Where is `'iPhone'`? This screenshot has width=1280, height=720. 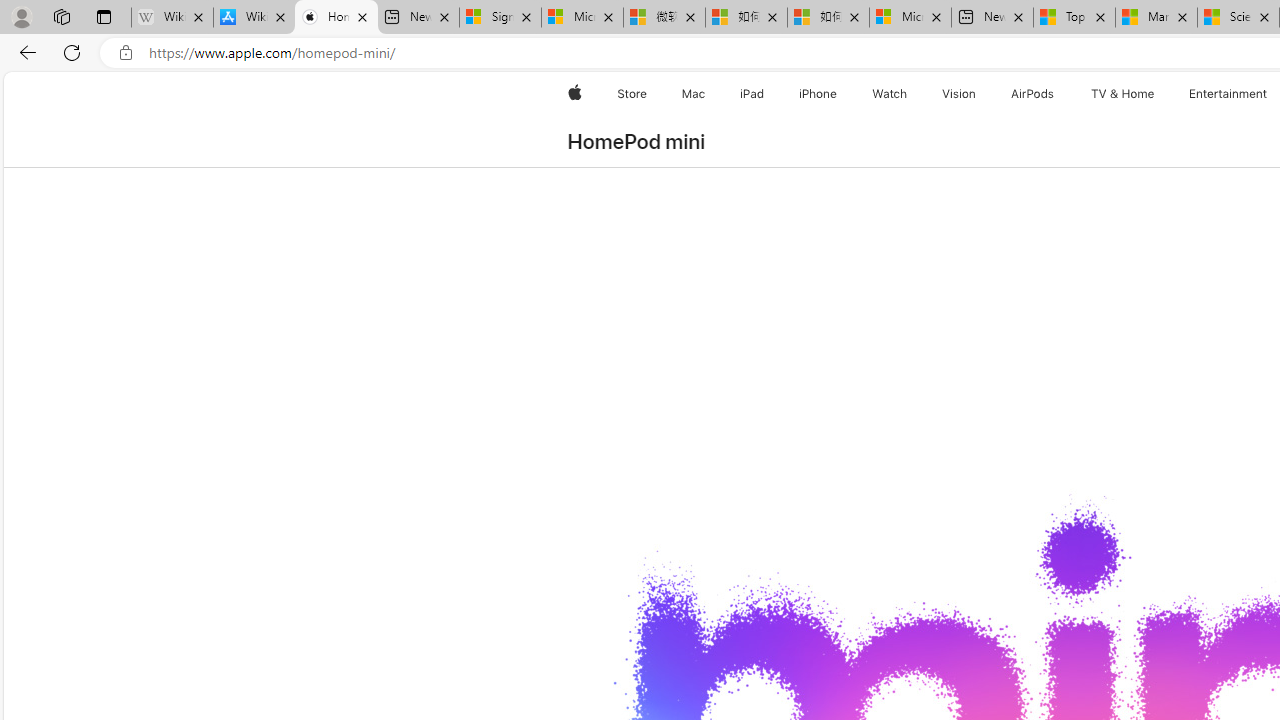
'iPhone' is located at coordinates (818, 93).